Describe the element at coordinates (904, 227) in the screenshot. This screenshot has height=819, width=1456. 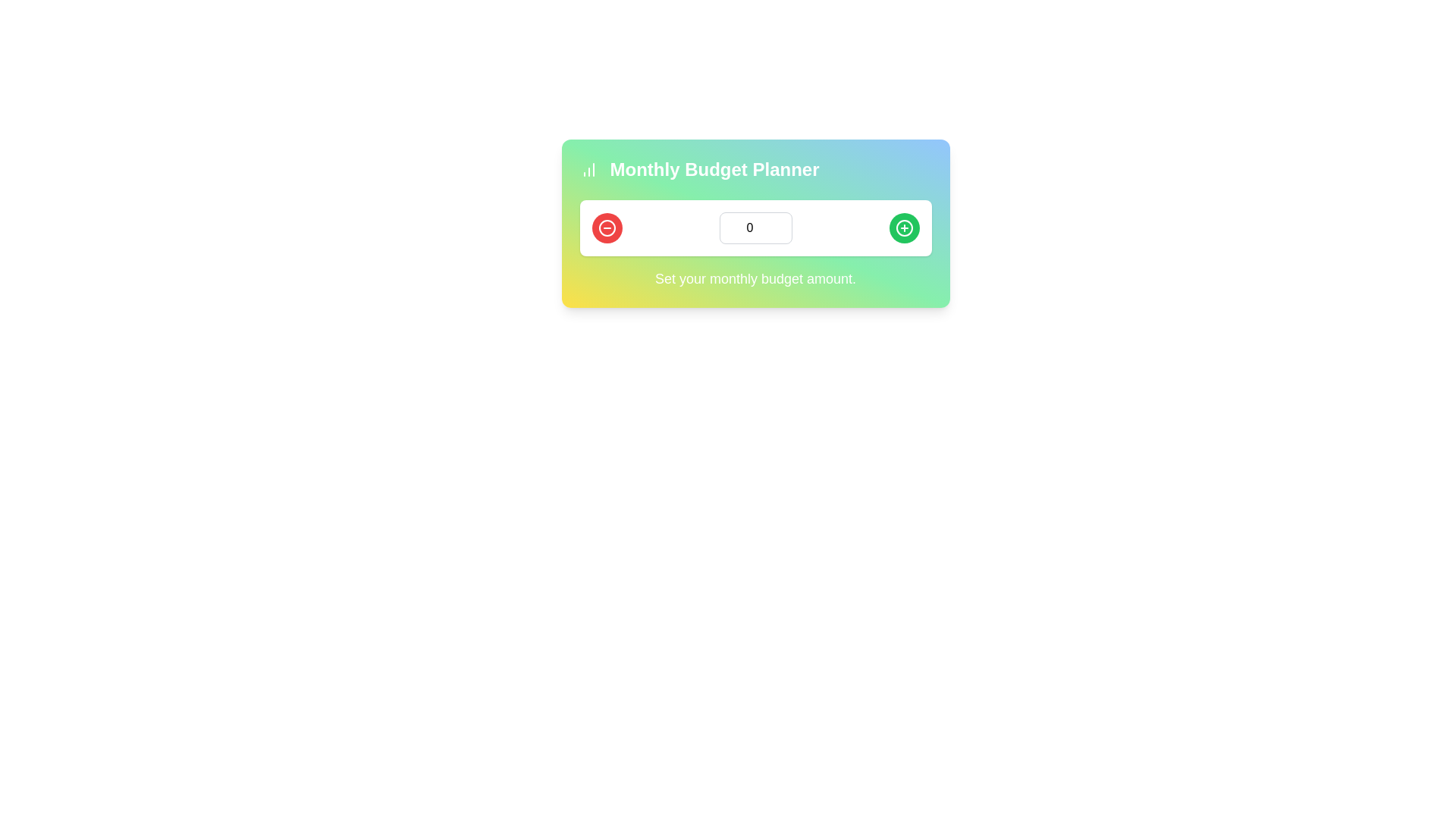
I see `the green circular icon with a plus symbol located in the 'Monthly Budget Planner' section to increment the value` at that location.